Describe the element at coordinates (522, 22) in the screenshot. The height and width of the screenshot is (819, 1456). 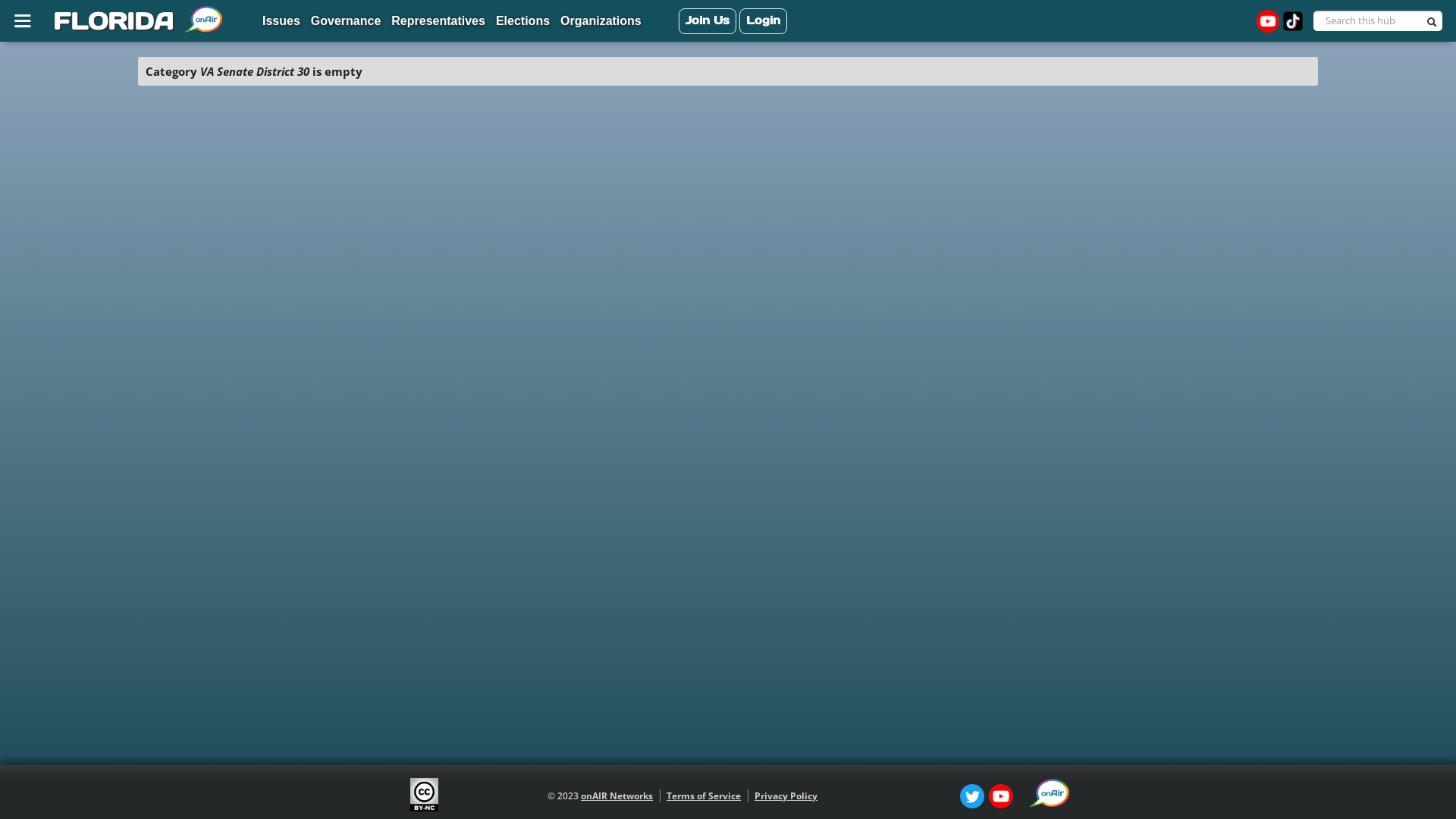
I see `'Elections'` at that location.